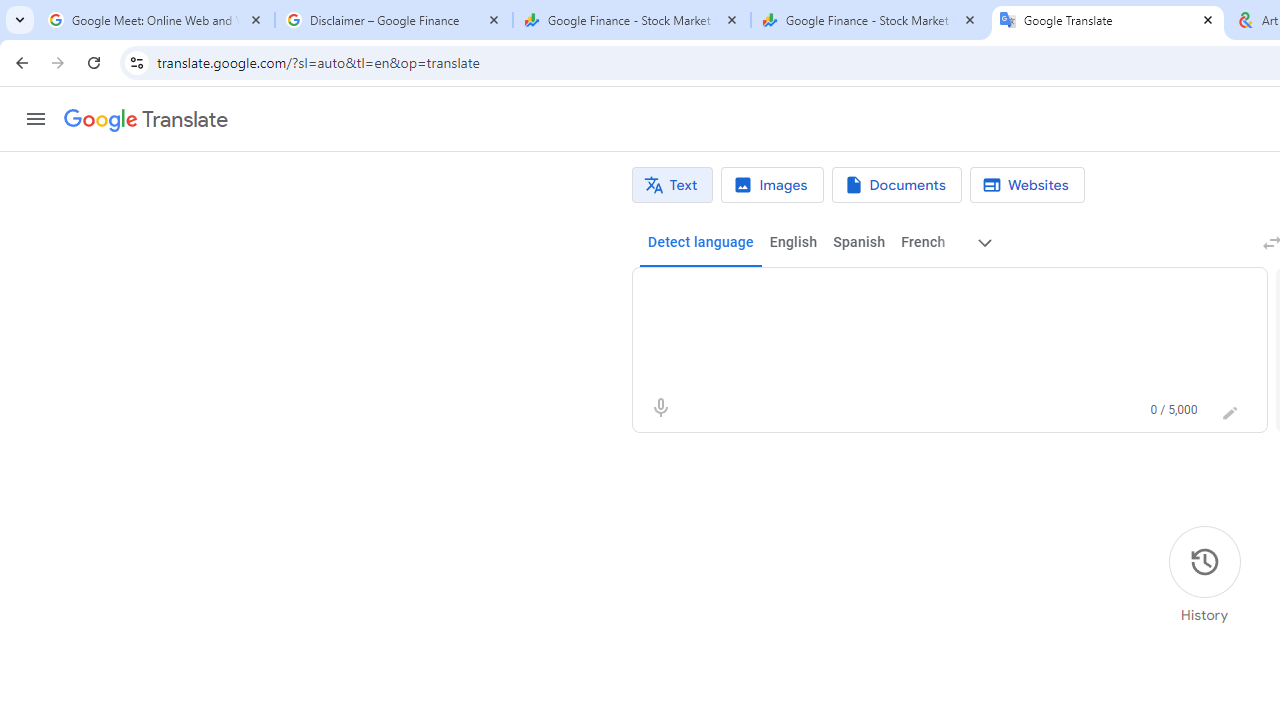  Describe the element at coordinates (1173, 409) in the screenshot. I see `'0 of 5,000 characters used'` at that location.